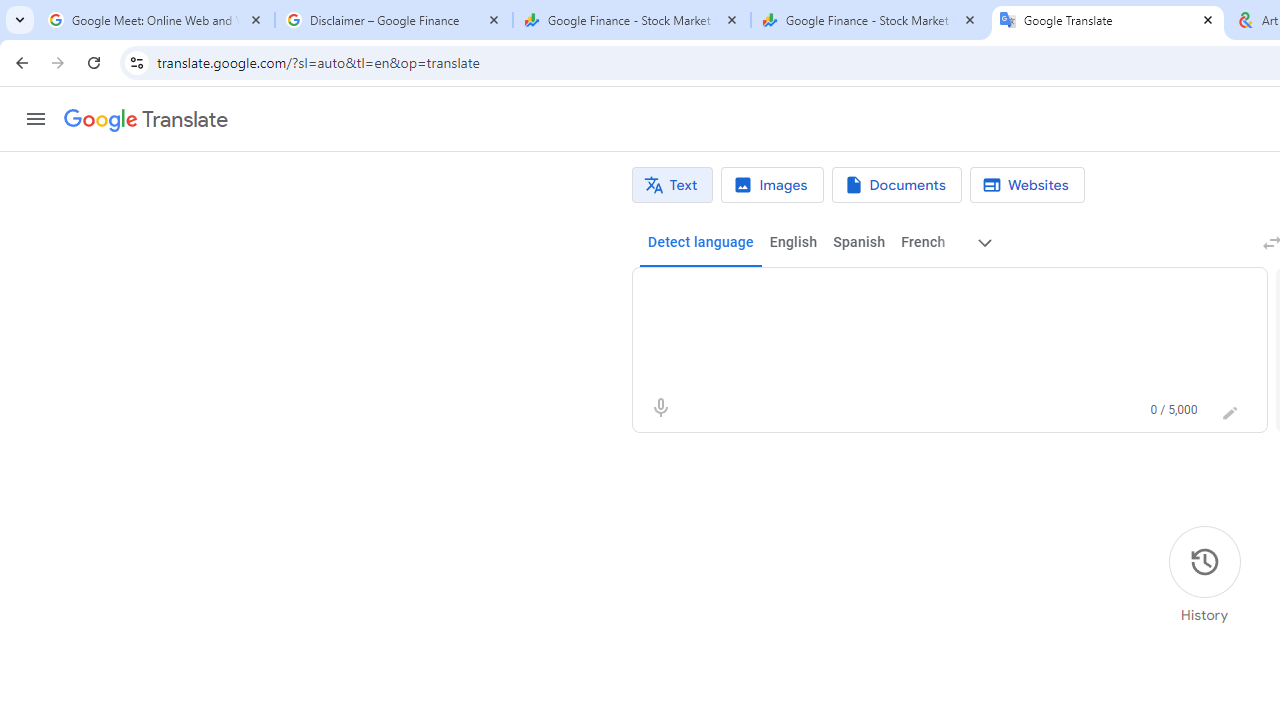  Describe the element at coordinates (1173, 409) in the screenshot. I see `'0 of 5,000 characters used'` at that location.